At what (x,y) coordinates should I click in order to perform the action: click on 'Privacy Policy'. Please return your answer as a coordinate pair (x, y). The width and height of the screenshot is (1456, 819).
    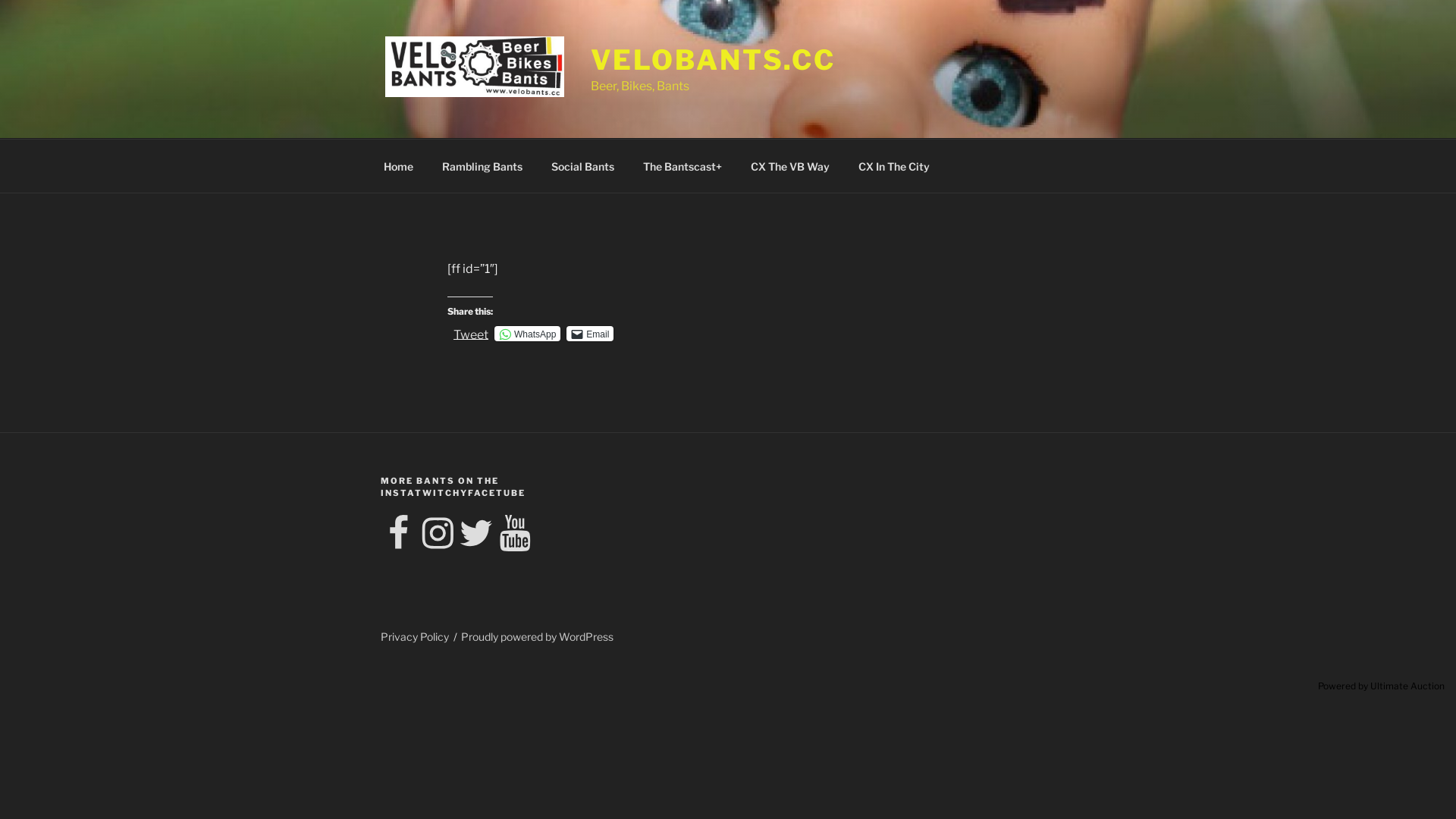
    Looking at the image, I should click on (415, 636).